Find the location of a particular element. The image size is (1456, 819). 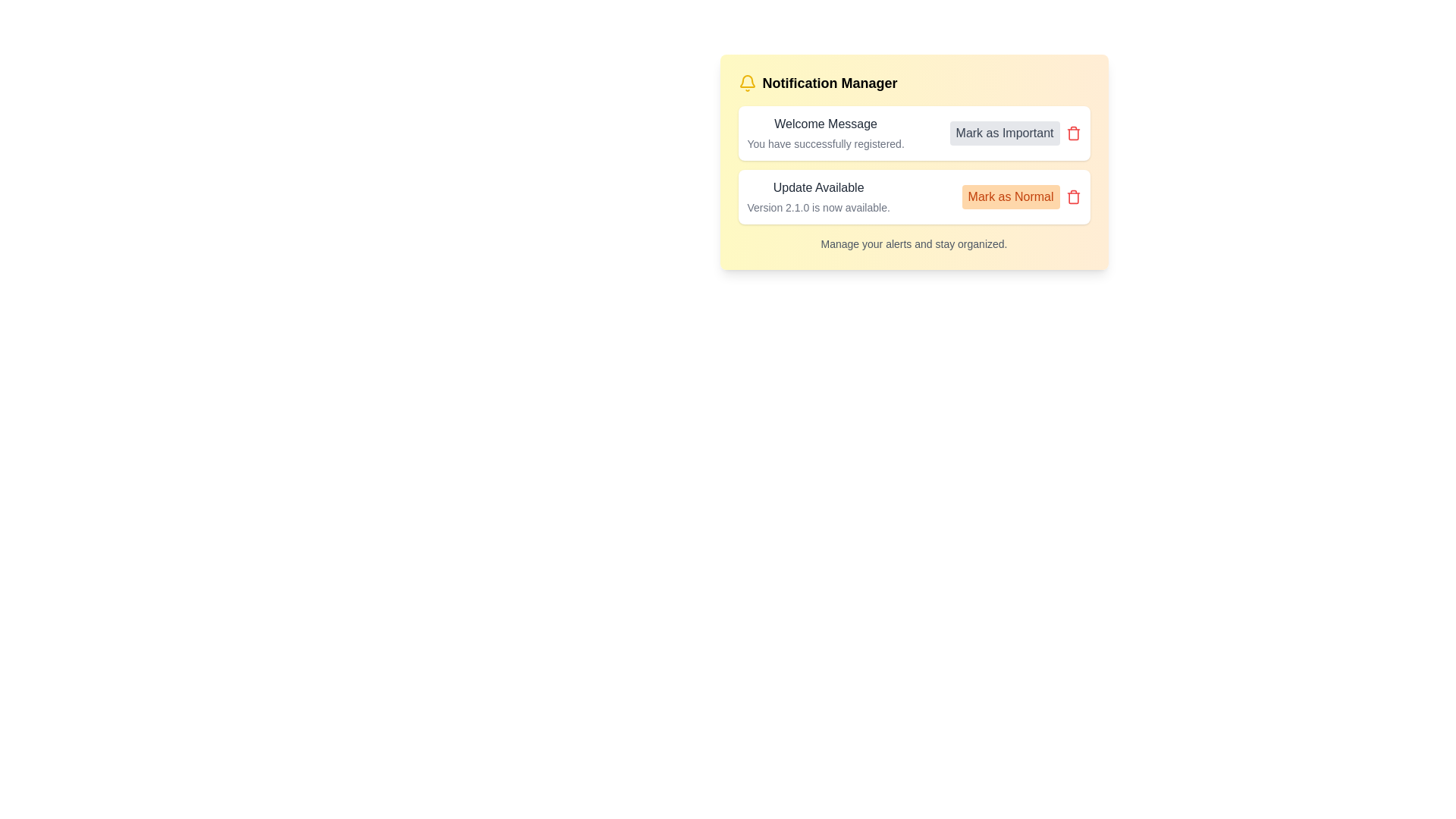

the delete button located in the bottom row of the notification panel, which is the second icon to the right of the 'Mark as Normal' button is located at coordinates (1072, 196).